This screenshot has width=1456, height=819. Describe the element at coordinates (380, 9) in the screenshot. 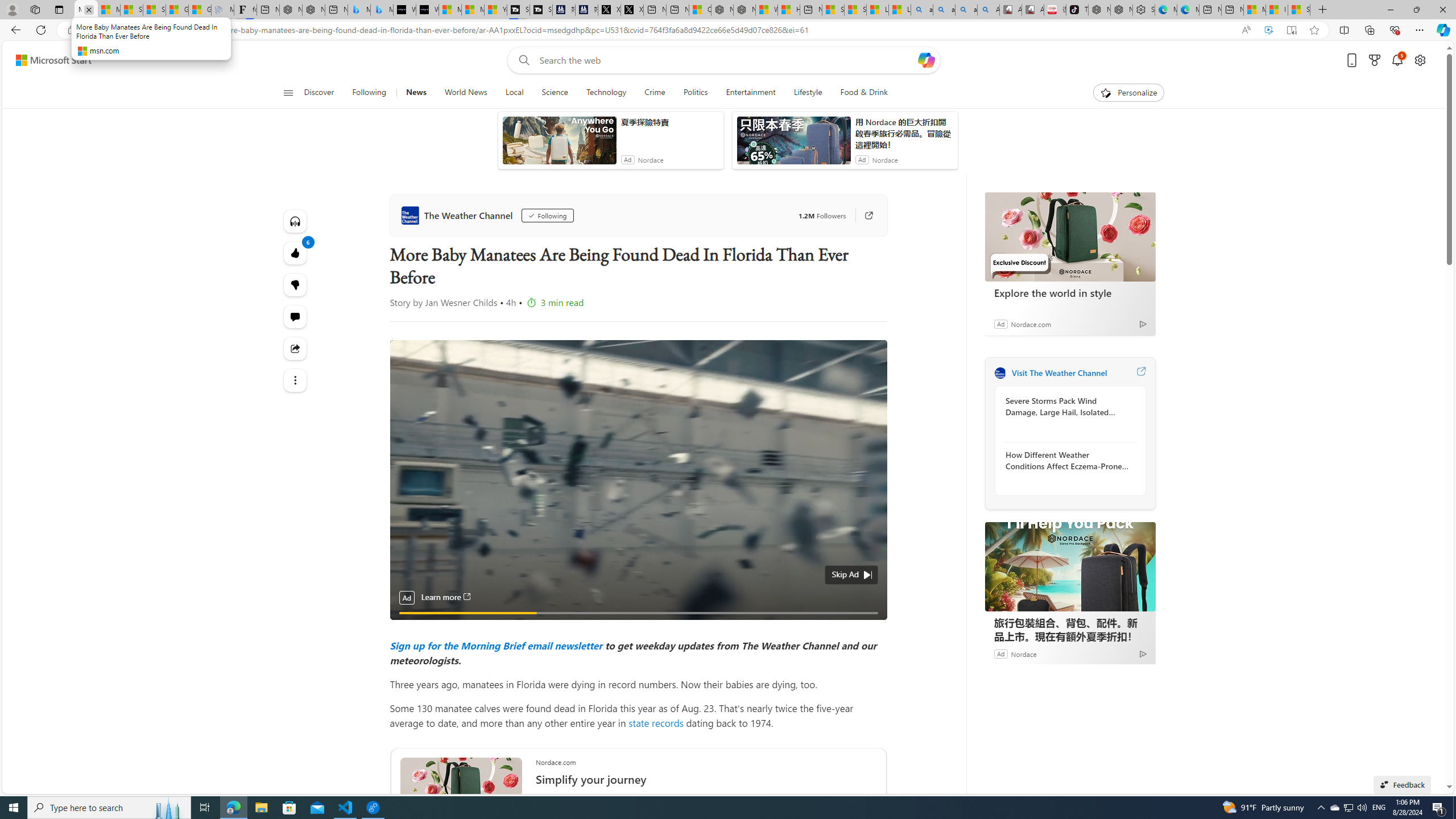

I see `'Microsoft Bing Travel - Shangri-La Hotel Bangkok'` at that location.